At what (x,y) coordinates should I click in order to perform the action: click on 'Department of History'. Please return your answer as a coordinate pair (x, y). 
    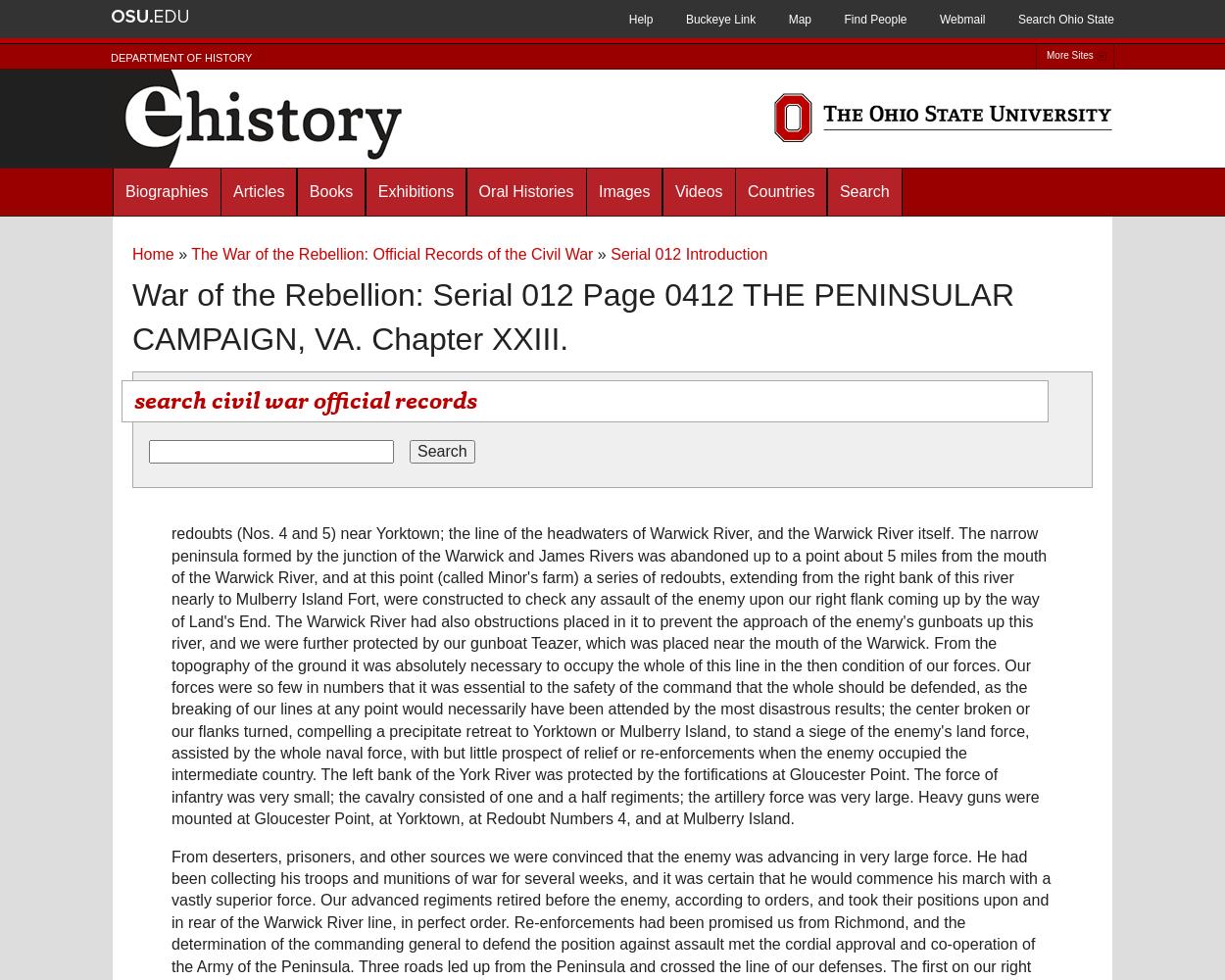
    Looking at the image, I should click on (181, 58).